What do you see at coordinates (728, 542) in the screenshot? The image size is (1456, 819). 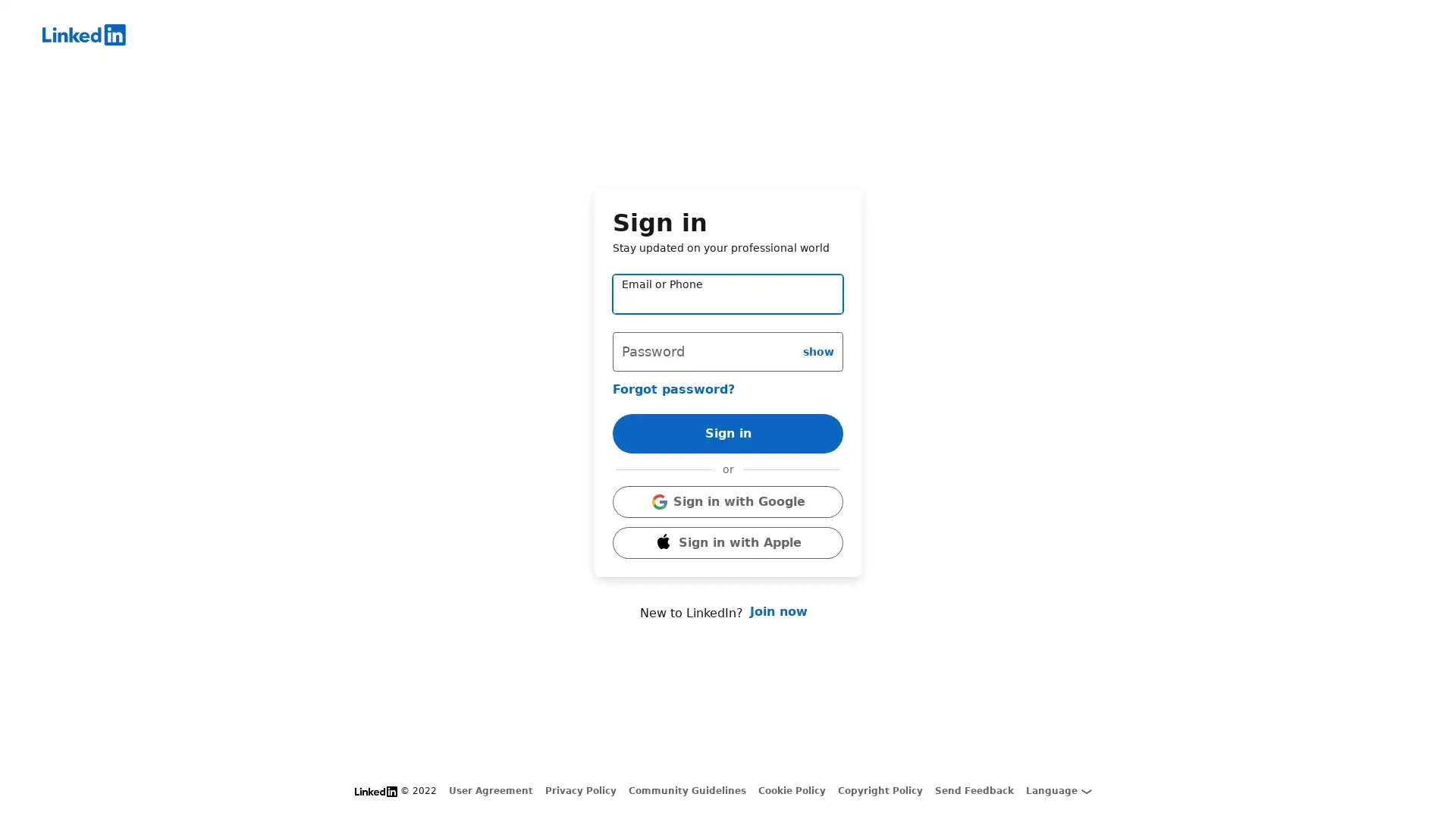 I see `Sign in with Apple` at bounding box center [728, 542].